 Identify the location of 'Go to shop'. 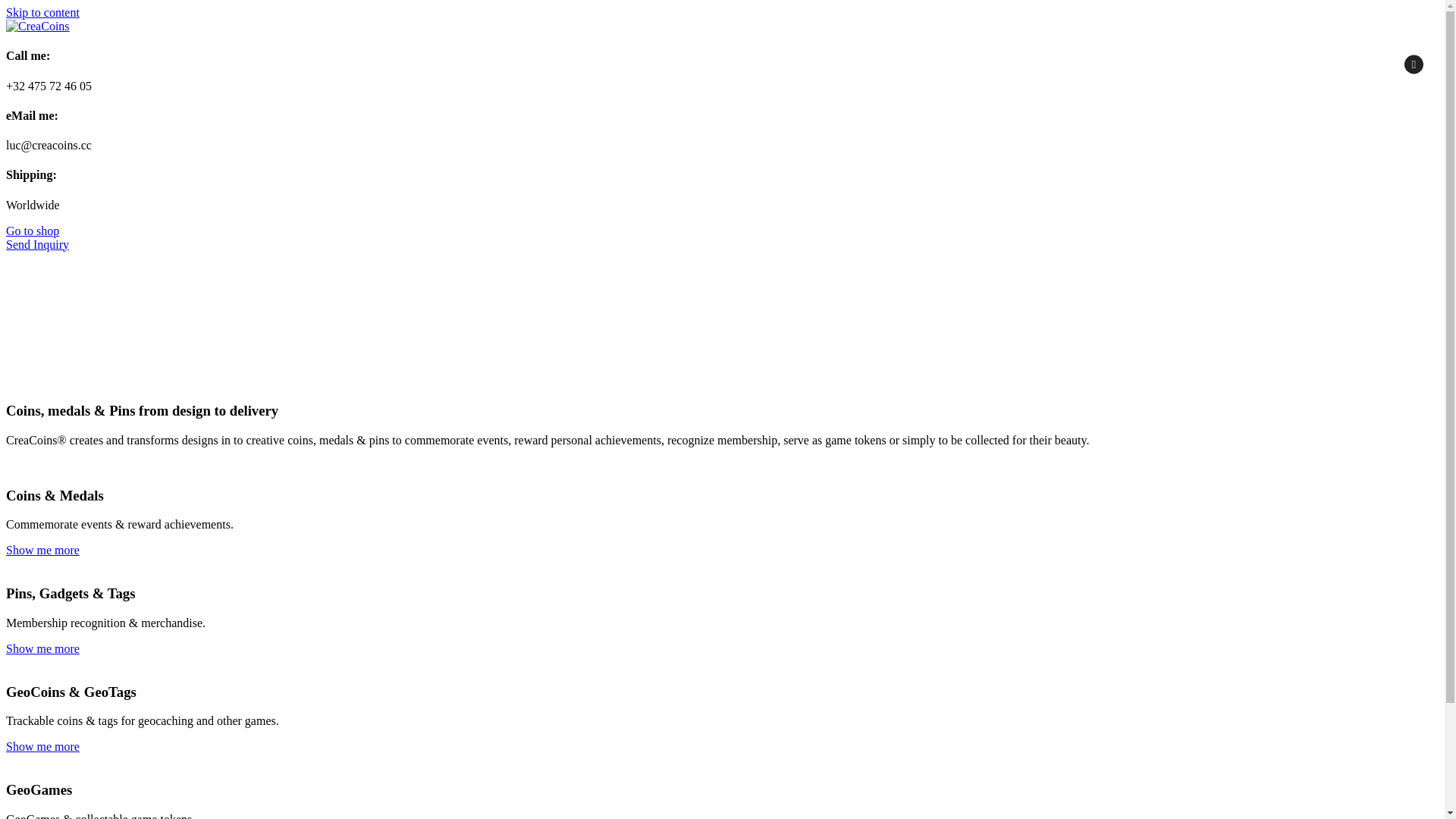
(33, 231).